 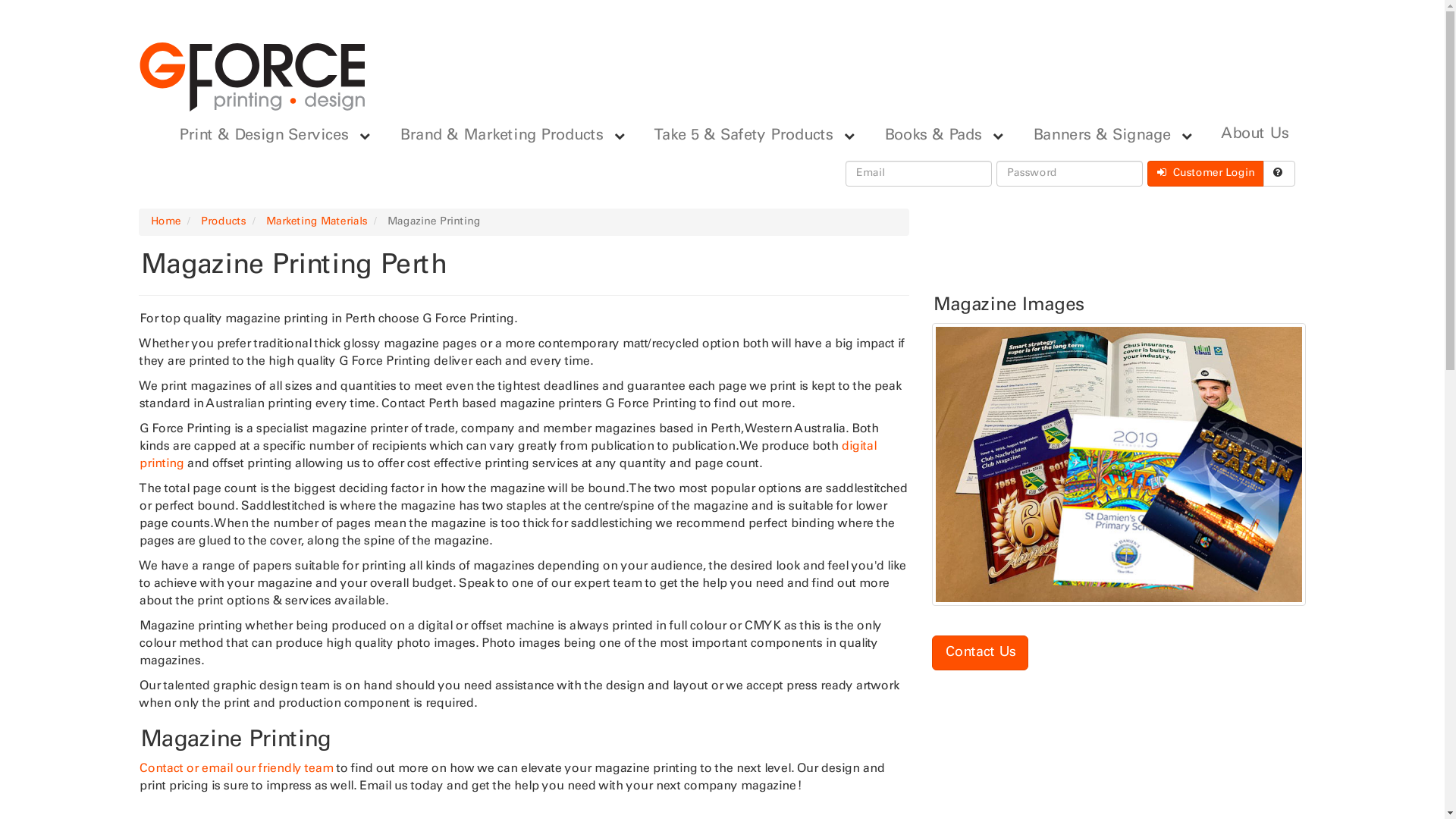 What do you see at coordinates (199, 221) in the screenshot?
I see `'Products'` at bounding box center [199, 221].